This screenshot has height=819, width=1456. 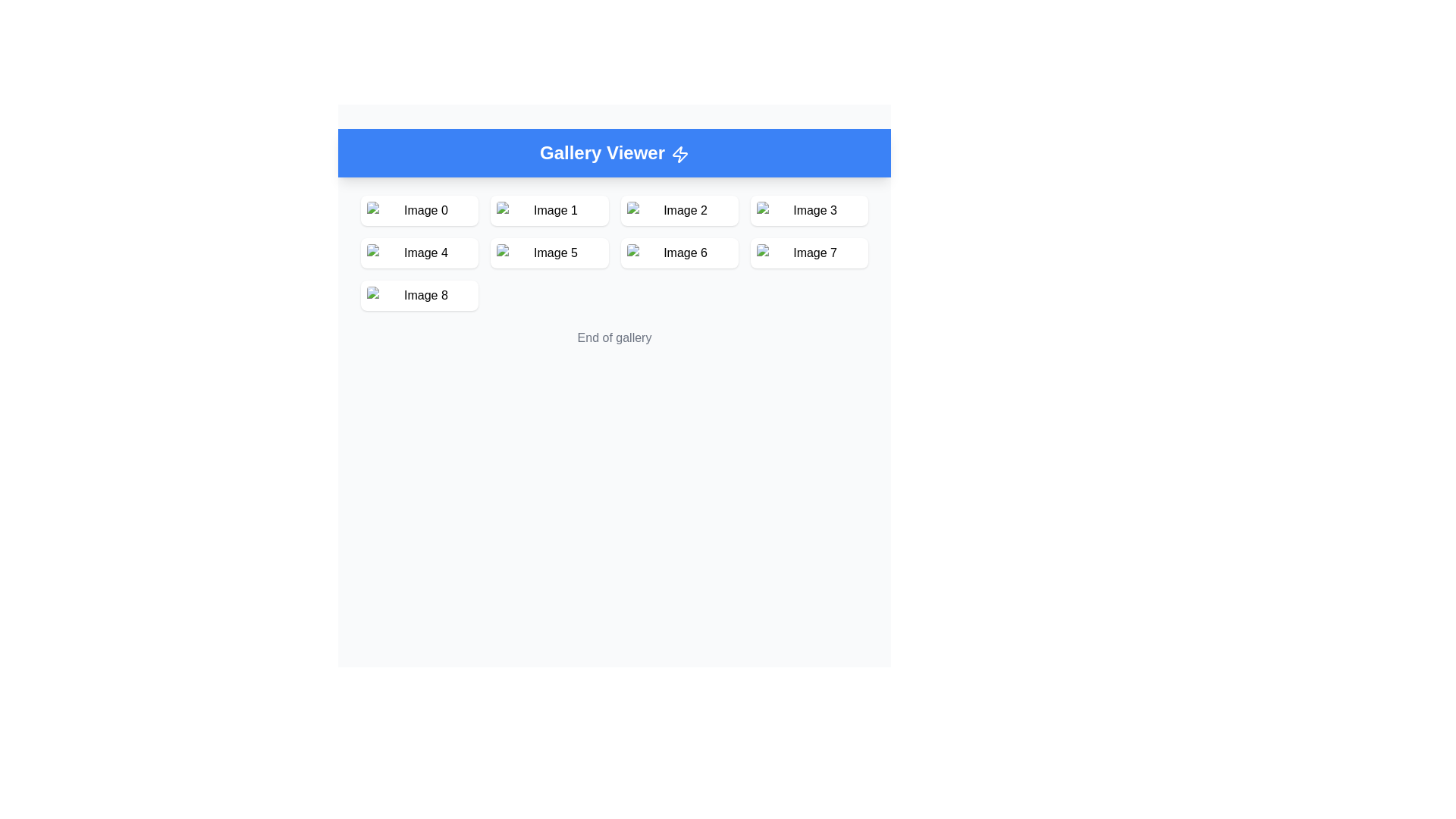 What do you see at coordinates (679, 154) in the screenshot?
I see `the lightning bolt icon located on the right side of the blue header bar labeled 'Gallery Viewer'` at bounding box center [679, 154].